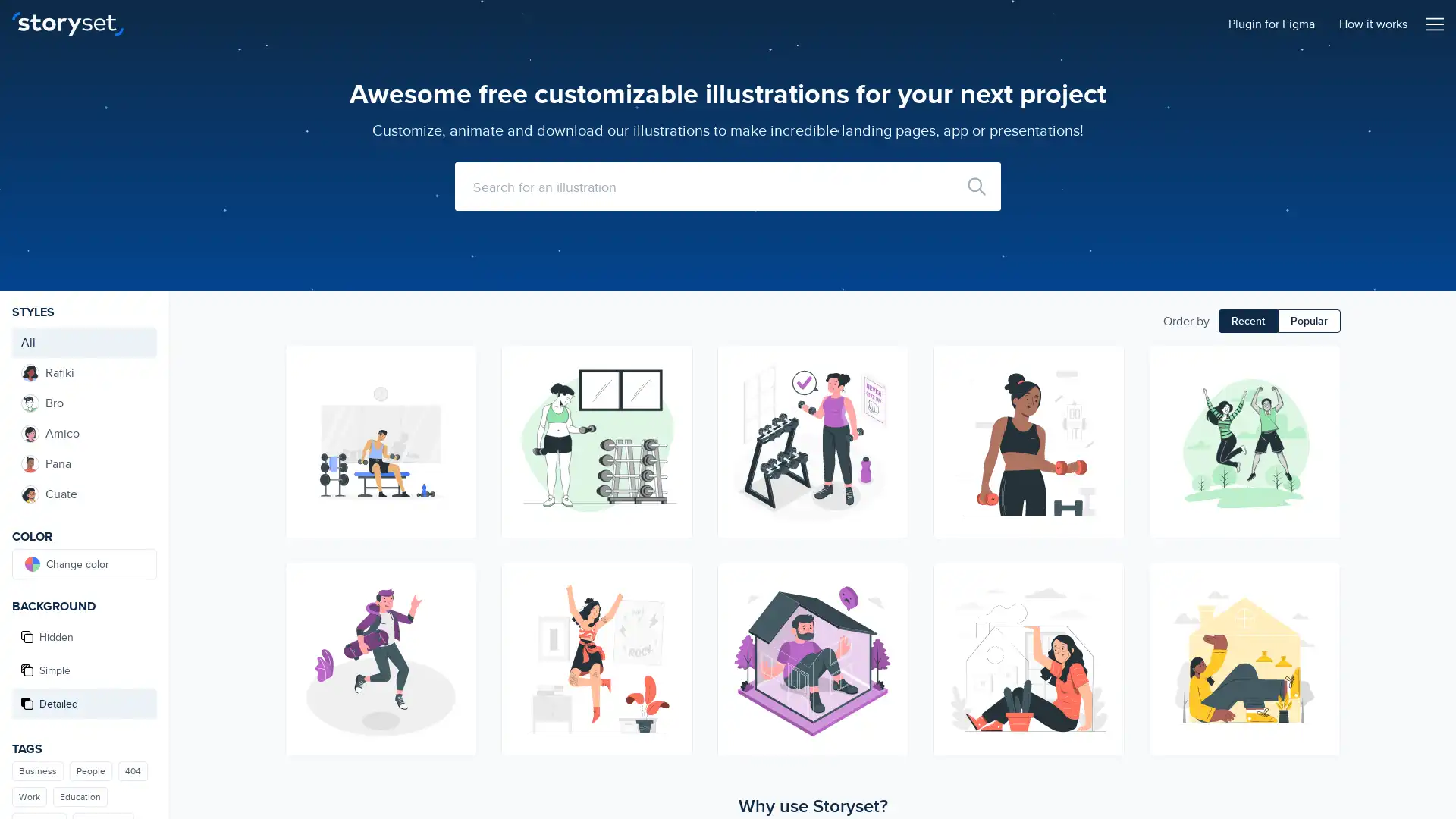  What do you see at coordinates (889, 363) in the screenshot?
I see `wand icon Animate` at bounding box center [889, 363].